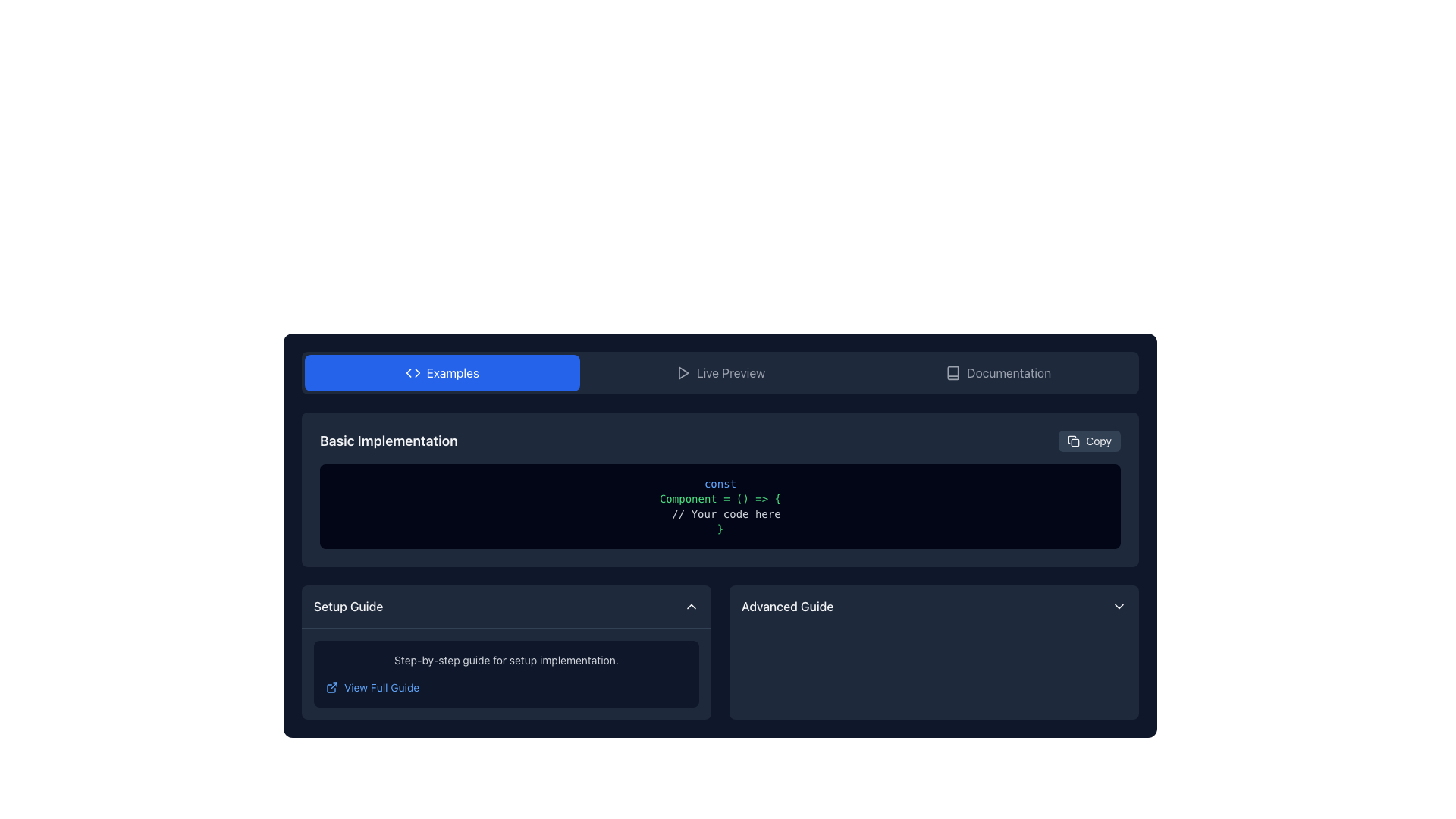 The height and width of the screenshot is (819, 1456). What do you see at coordinates (731, 373) in the screenshot?
I see `the Text Label located in the horizontal navigation bar, which is positioned to the right of the 'Examples' button and adjacent to a play icon` at bounding box center [731, 373].